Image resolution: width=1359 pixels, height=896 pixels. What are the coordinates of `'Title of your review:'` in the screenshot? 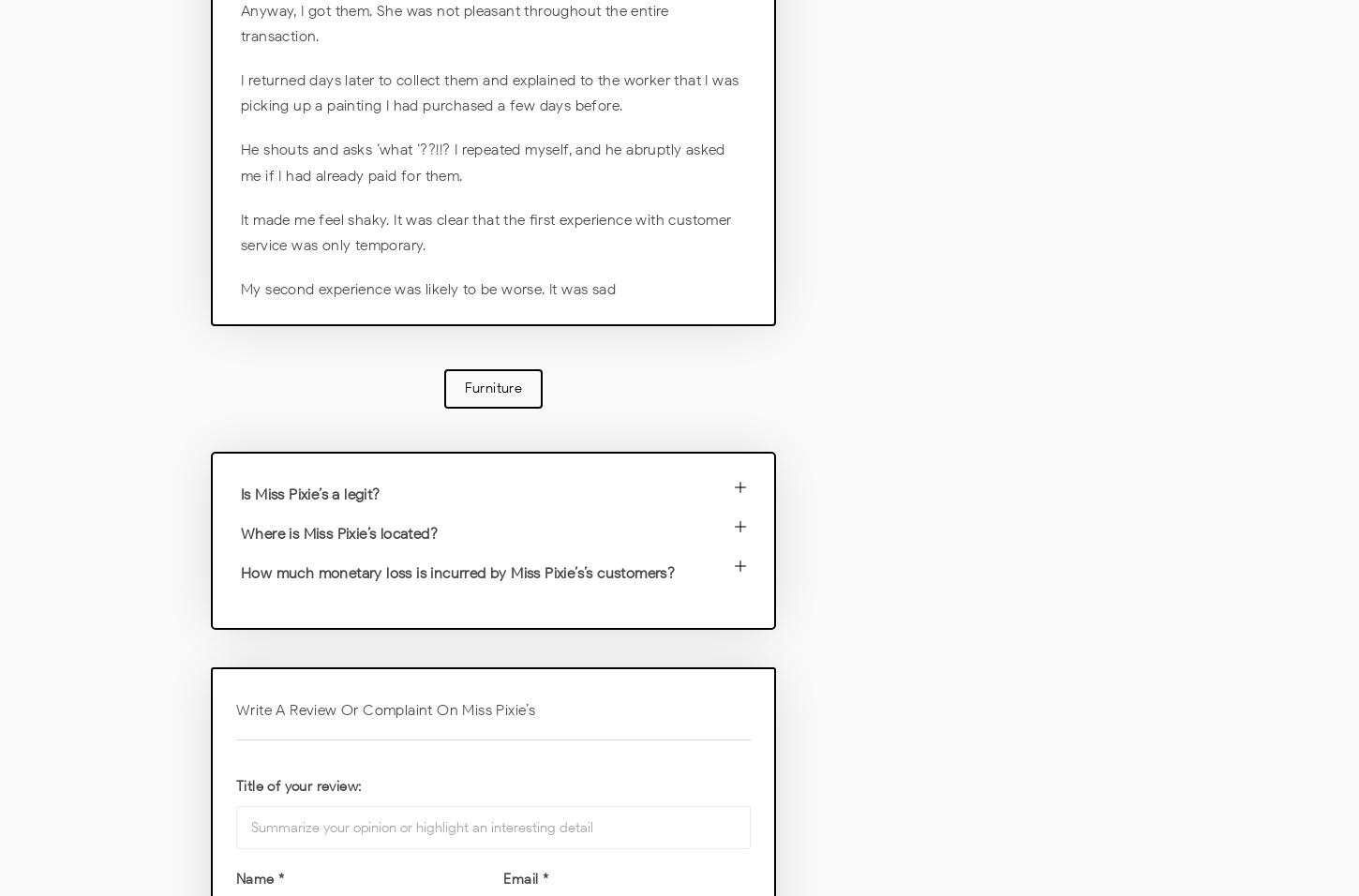 It's located at (298, 785).